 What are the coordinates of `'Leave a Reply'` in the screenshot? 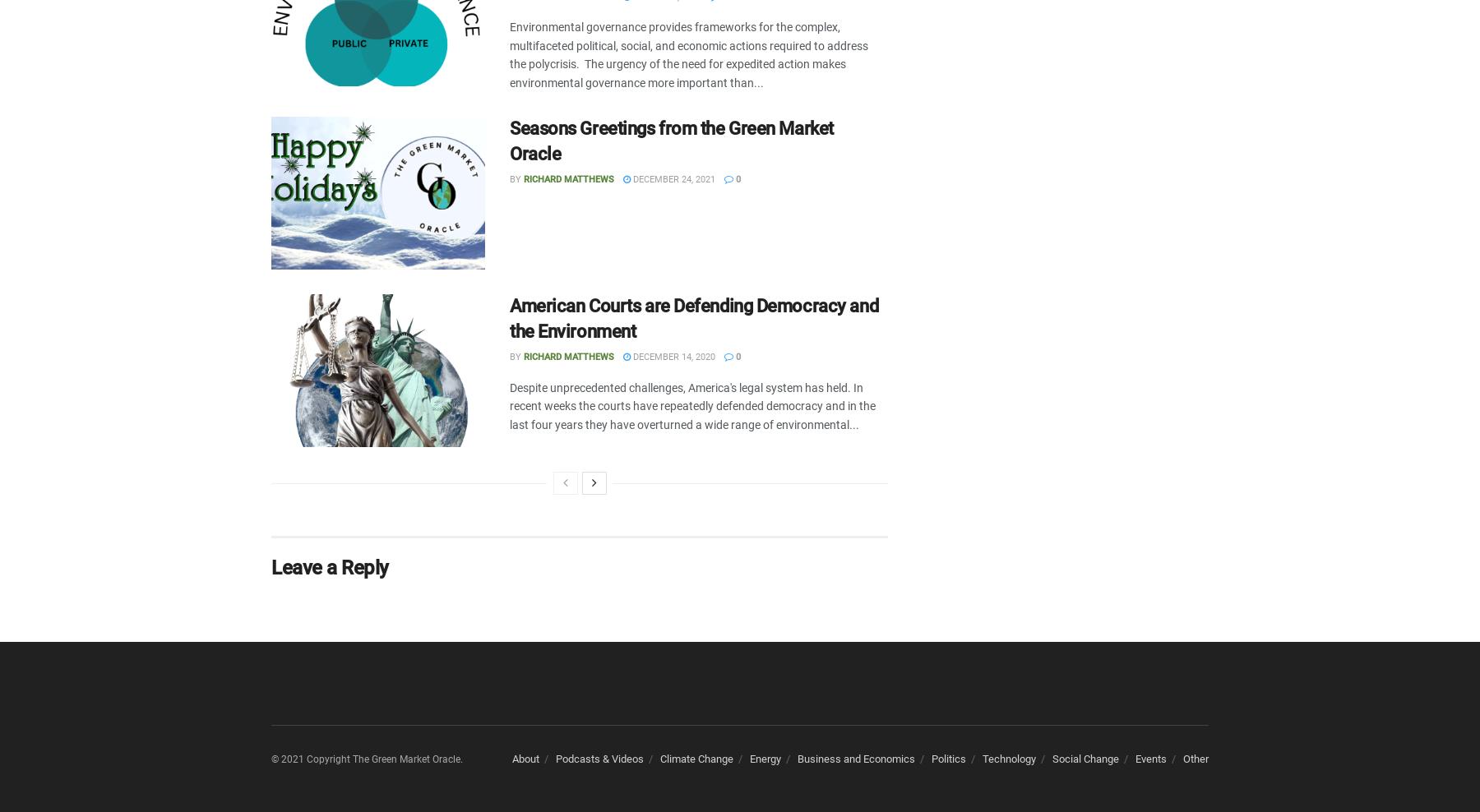 It's located at (330, 567).